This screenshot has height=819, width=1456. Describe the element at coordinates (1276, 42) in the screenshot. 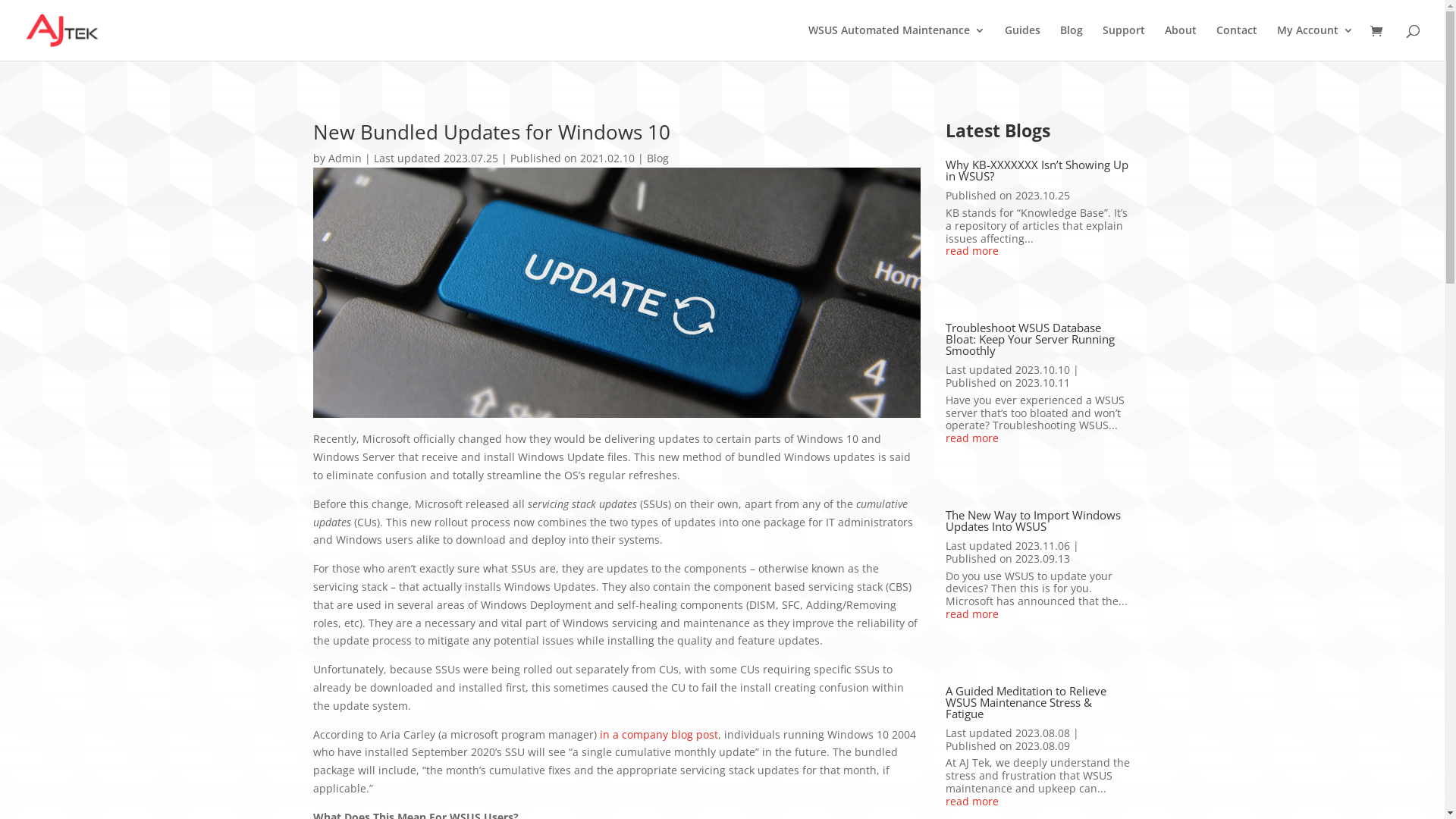

I see `'My Account'` at that location.